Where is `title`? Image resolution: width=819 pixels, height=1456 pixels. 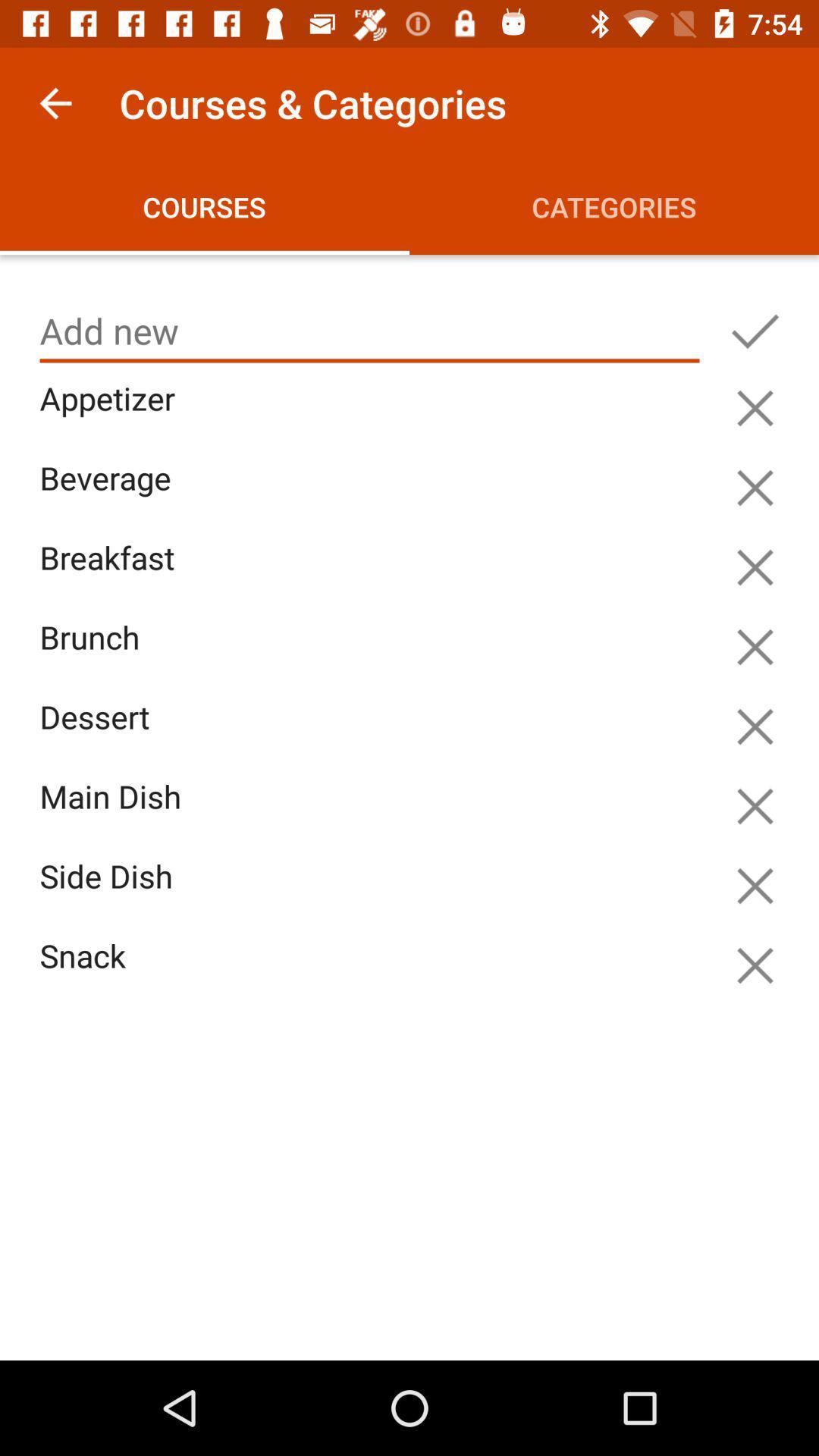
title is located at coordinates (369, 331).